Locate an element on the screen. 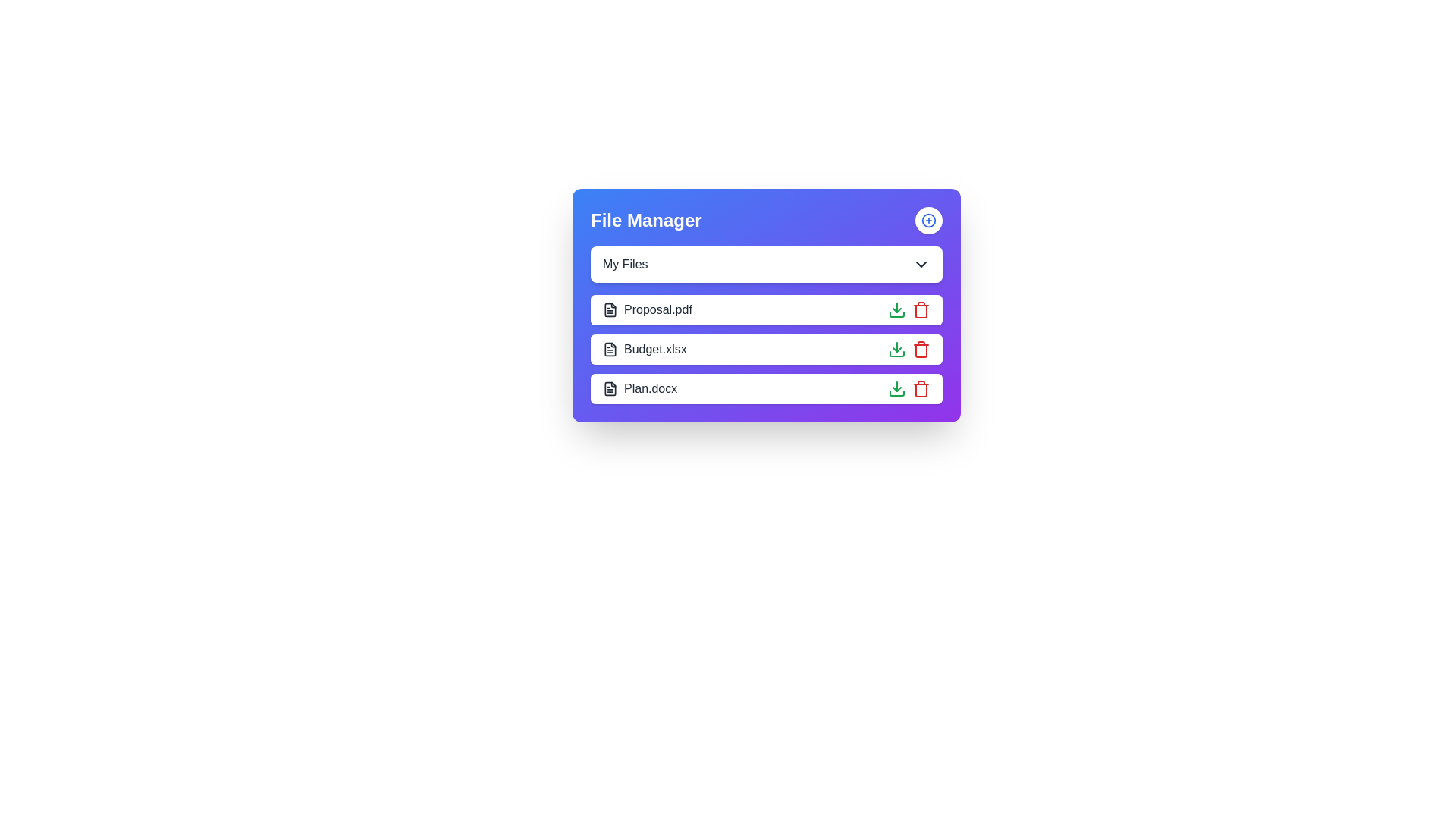 Image resolution: width=1456 pixels, height=819 pixels. the Dropdown menu labeled 'My Files' is located at coordinates (767, 263).